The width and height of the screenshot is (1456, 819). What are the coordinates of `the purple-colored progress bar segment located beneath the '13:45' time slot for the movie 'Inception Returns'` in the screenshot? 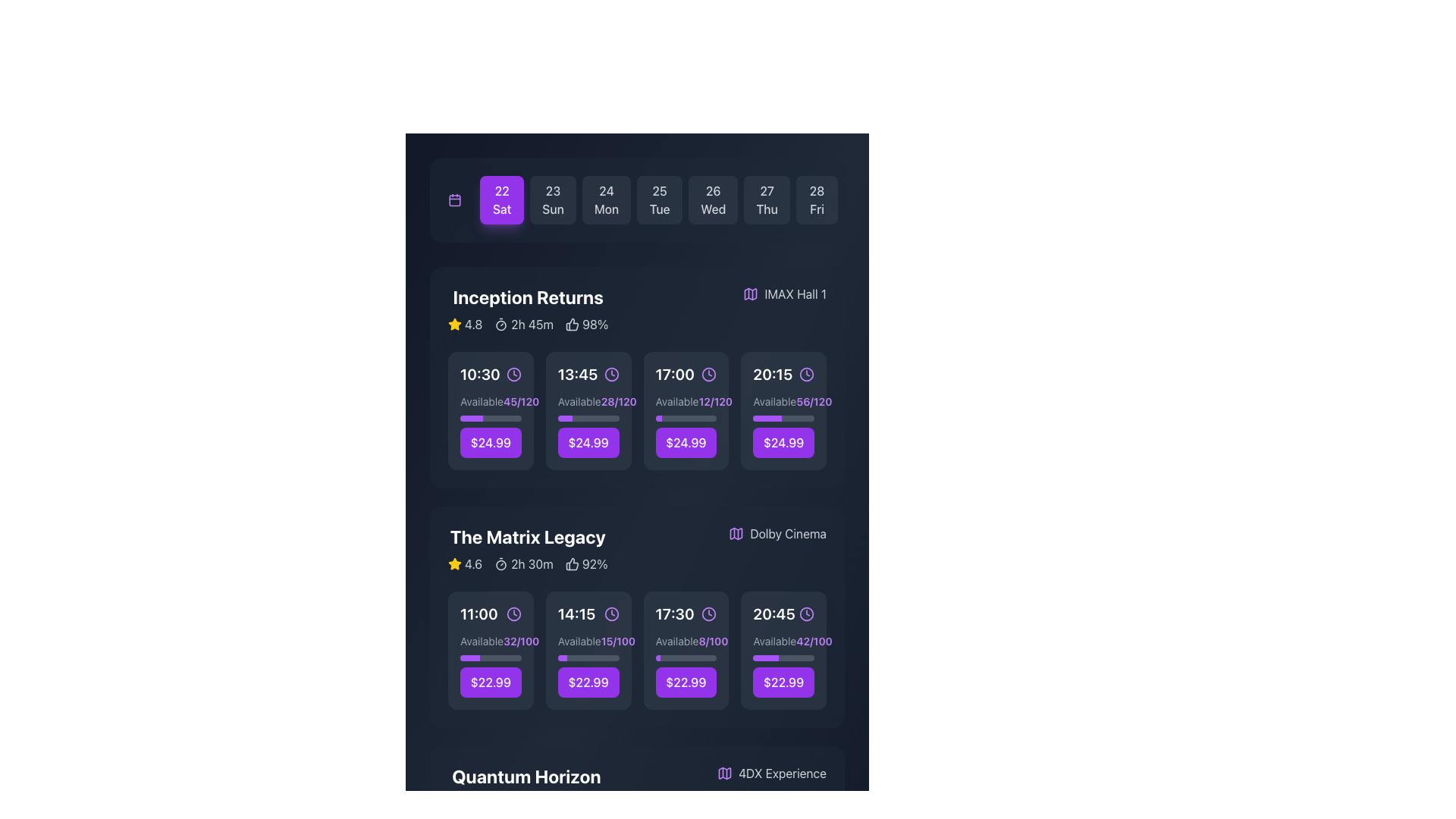 It's located at (564, 418).